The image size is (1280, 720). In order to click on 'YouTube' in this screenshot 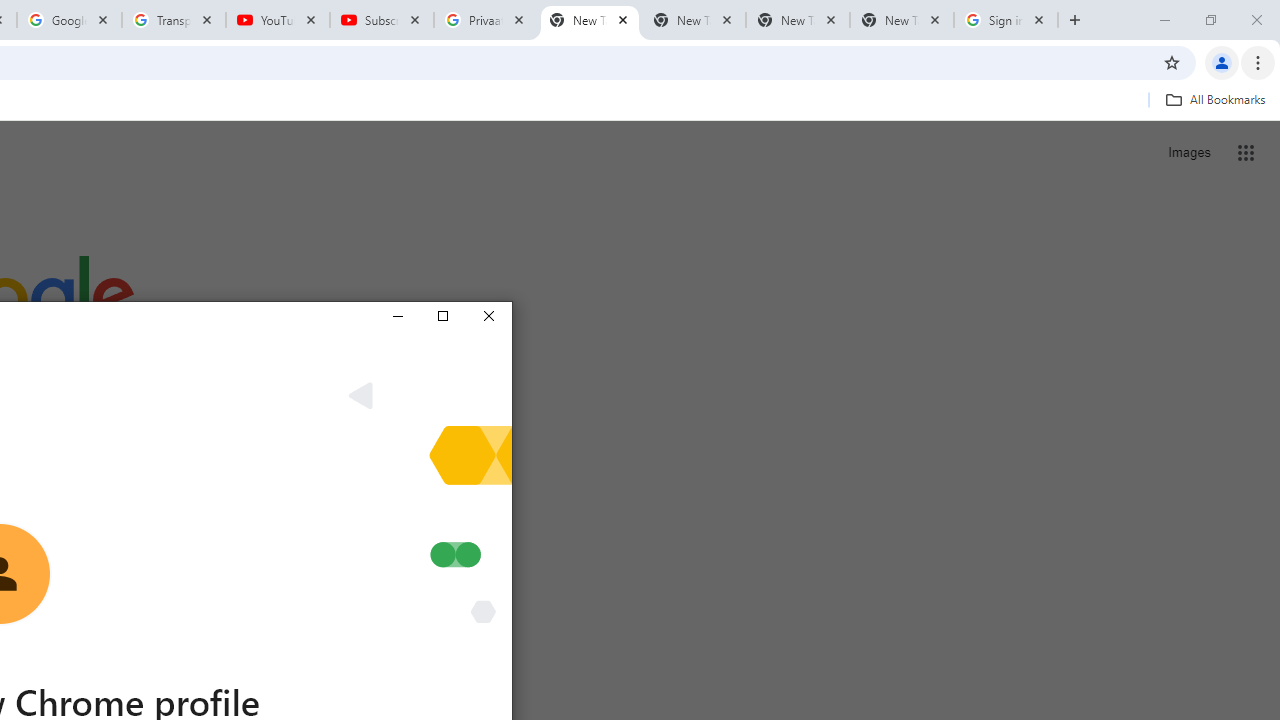, I will do `click(277, 20)`.